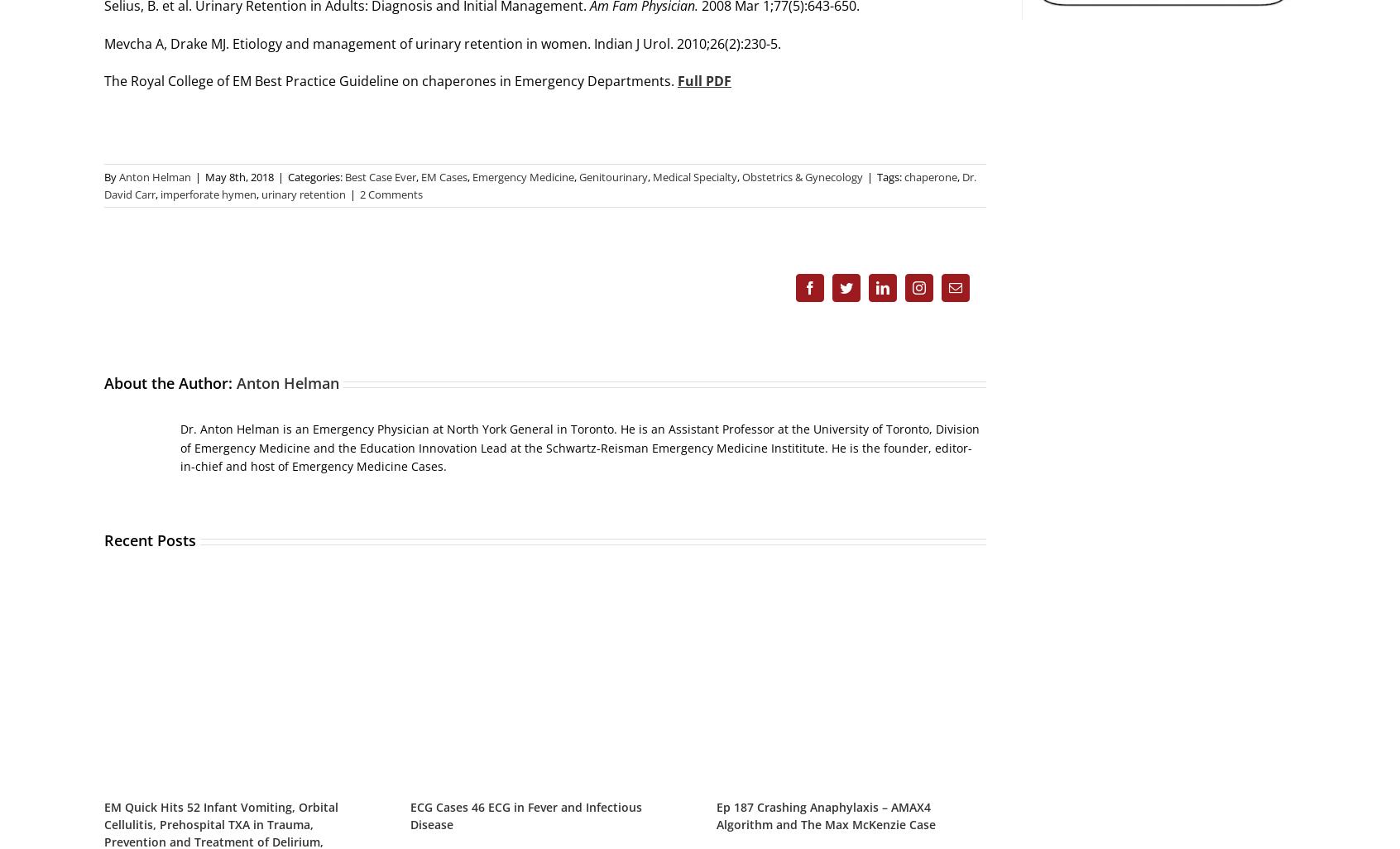  Describe the element at coordinates (208, 194) in the screenshot. I see `'imperforate hymen'` at that location.